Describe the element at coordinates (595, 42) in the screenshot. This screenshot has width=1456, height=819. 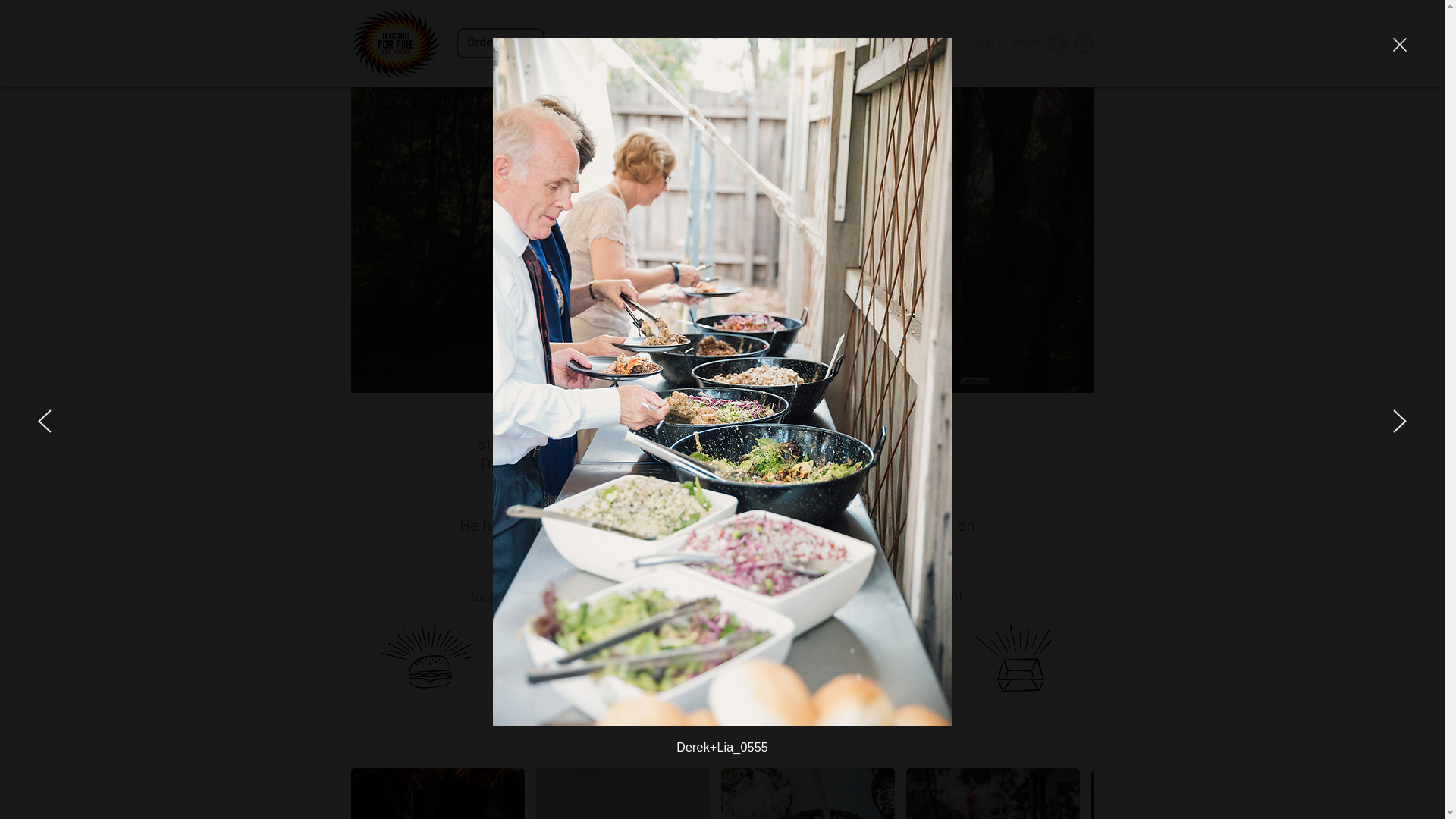
I see `'About Us'` at that location.